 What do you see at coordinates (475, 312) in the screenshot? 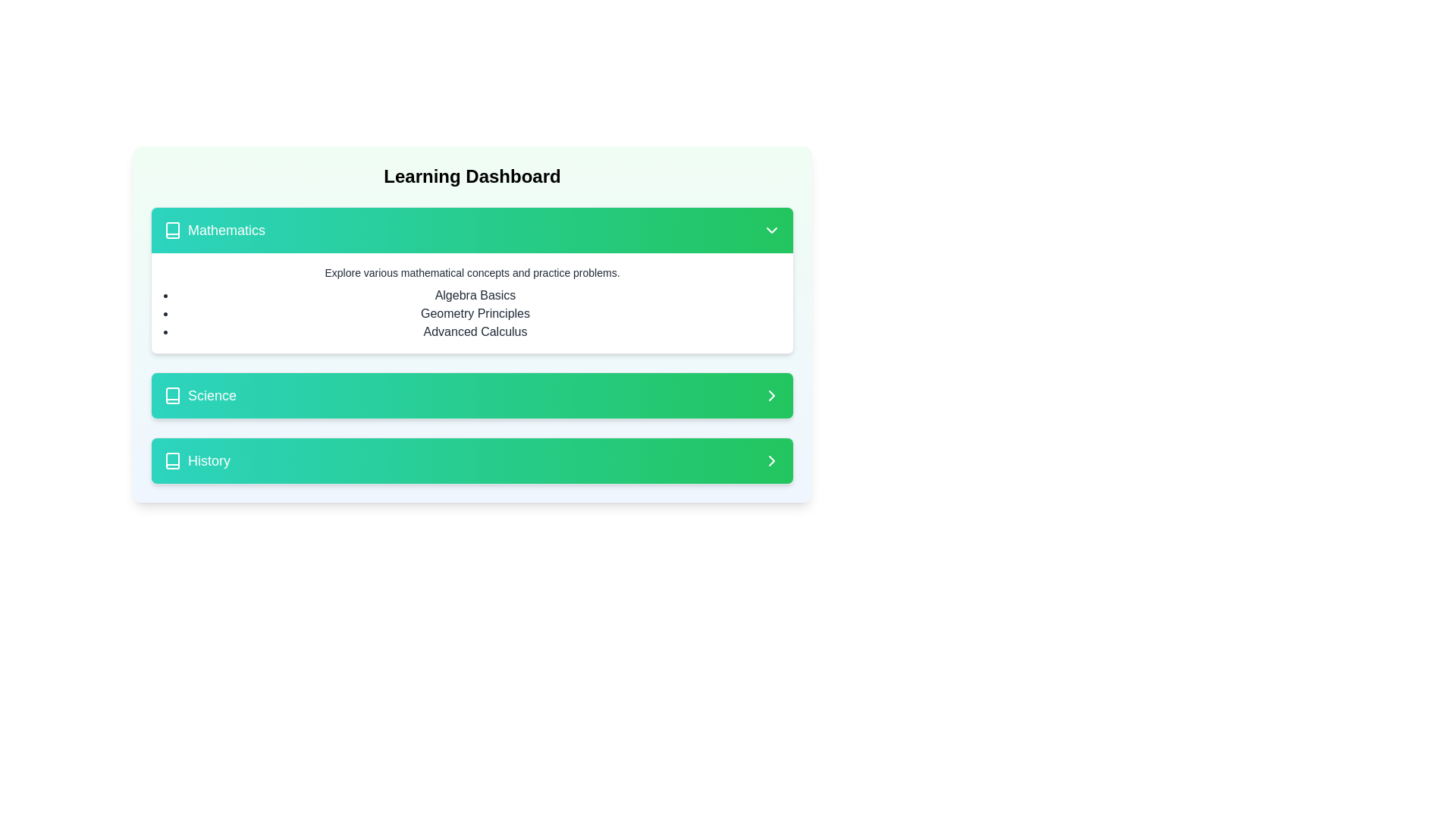
I see `the 'Geometry Principles' text label, which is the second item in the 'Mathematics' dropdown section, located within the dashboard` at bounding box center [475, 312].